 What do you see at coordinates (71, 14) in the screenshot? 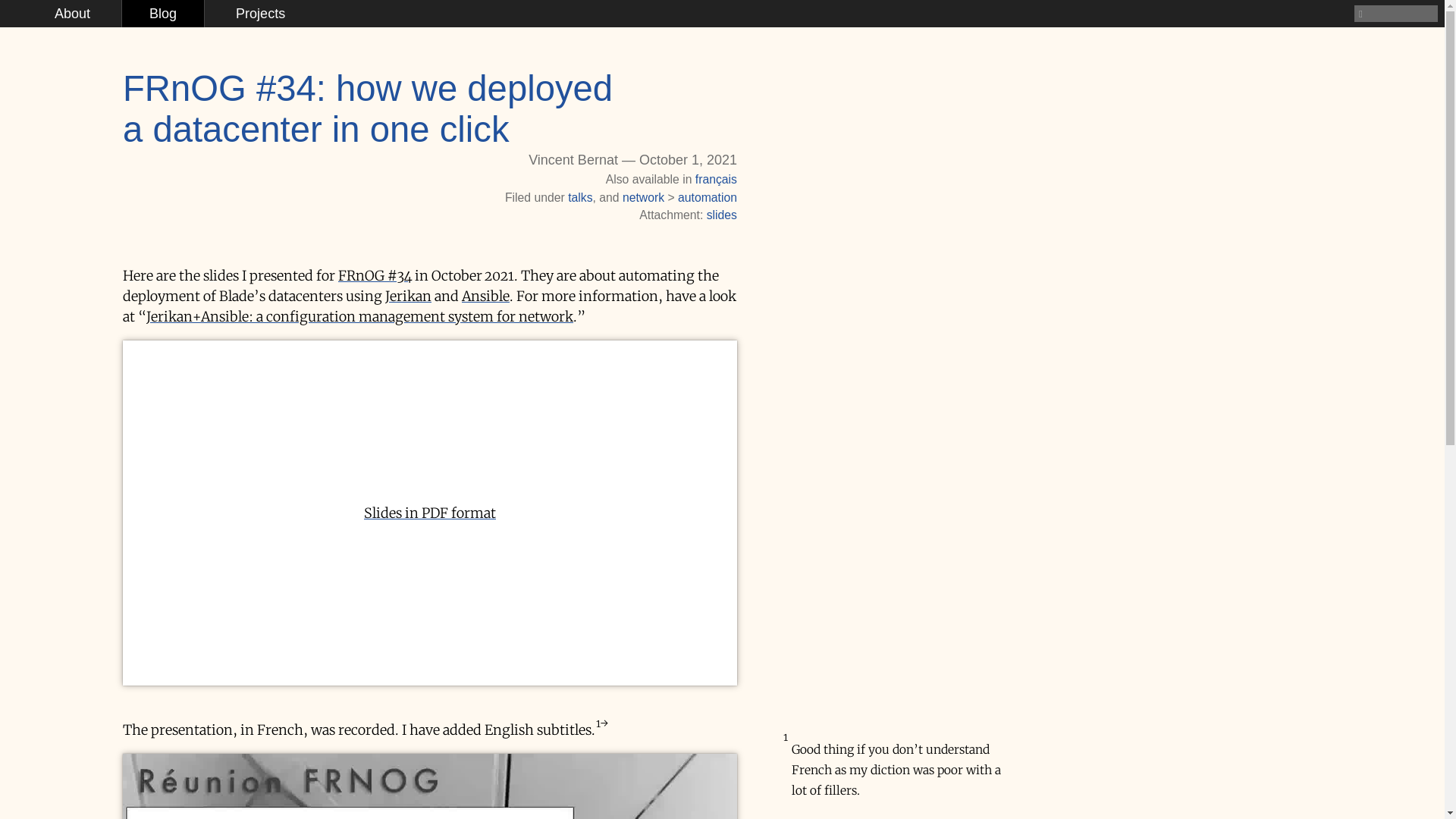
I see `'About'` at bounding box center [71, 14].